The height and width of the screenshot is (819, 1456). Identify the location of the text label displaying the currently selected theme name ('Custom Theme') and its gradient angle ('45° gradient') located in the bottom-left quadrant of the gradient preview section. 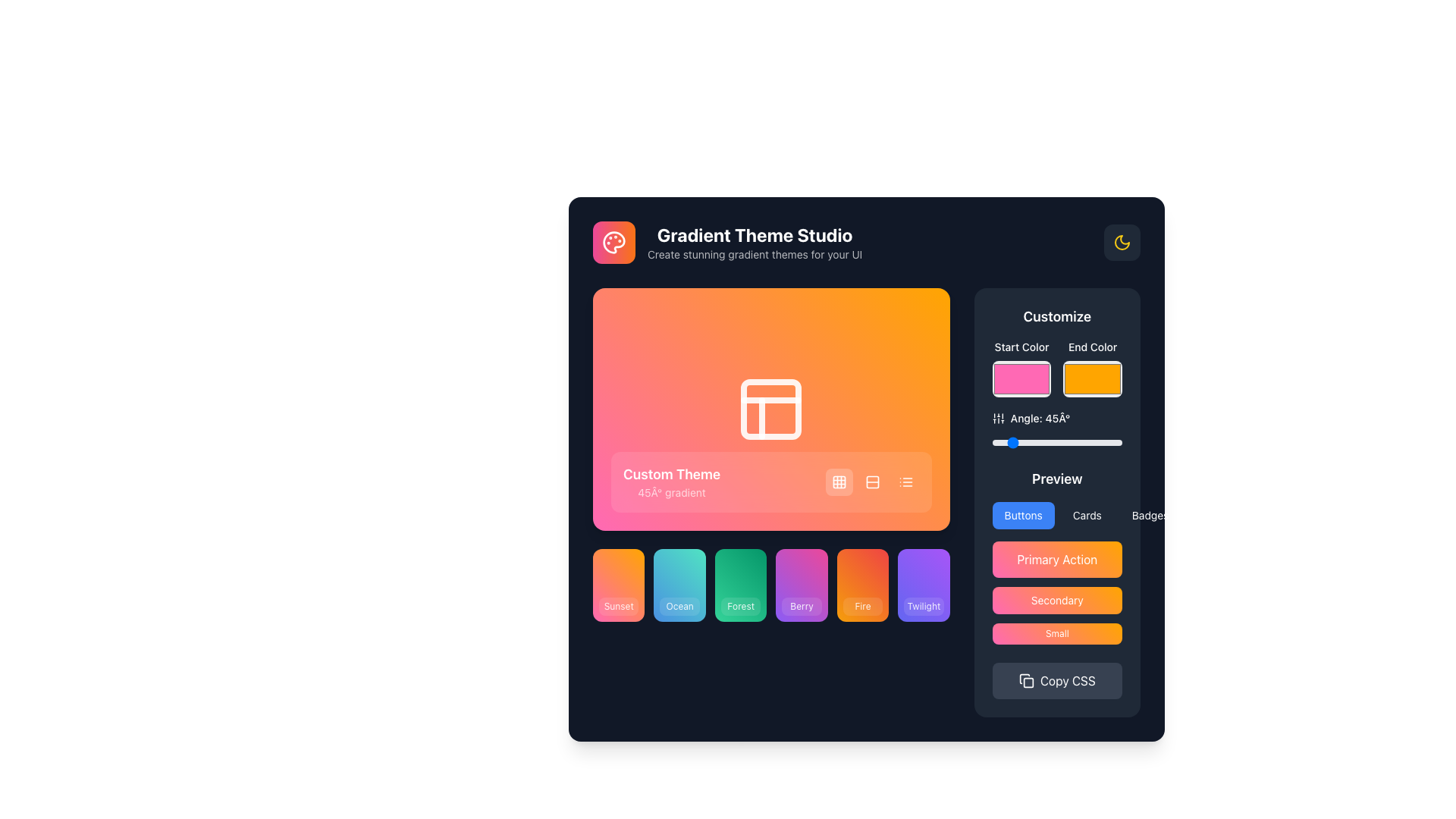
(671, 482).